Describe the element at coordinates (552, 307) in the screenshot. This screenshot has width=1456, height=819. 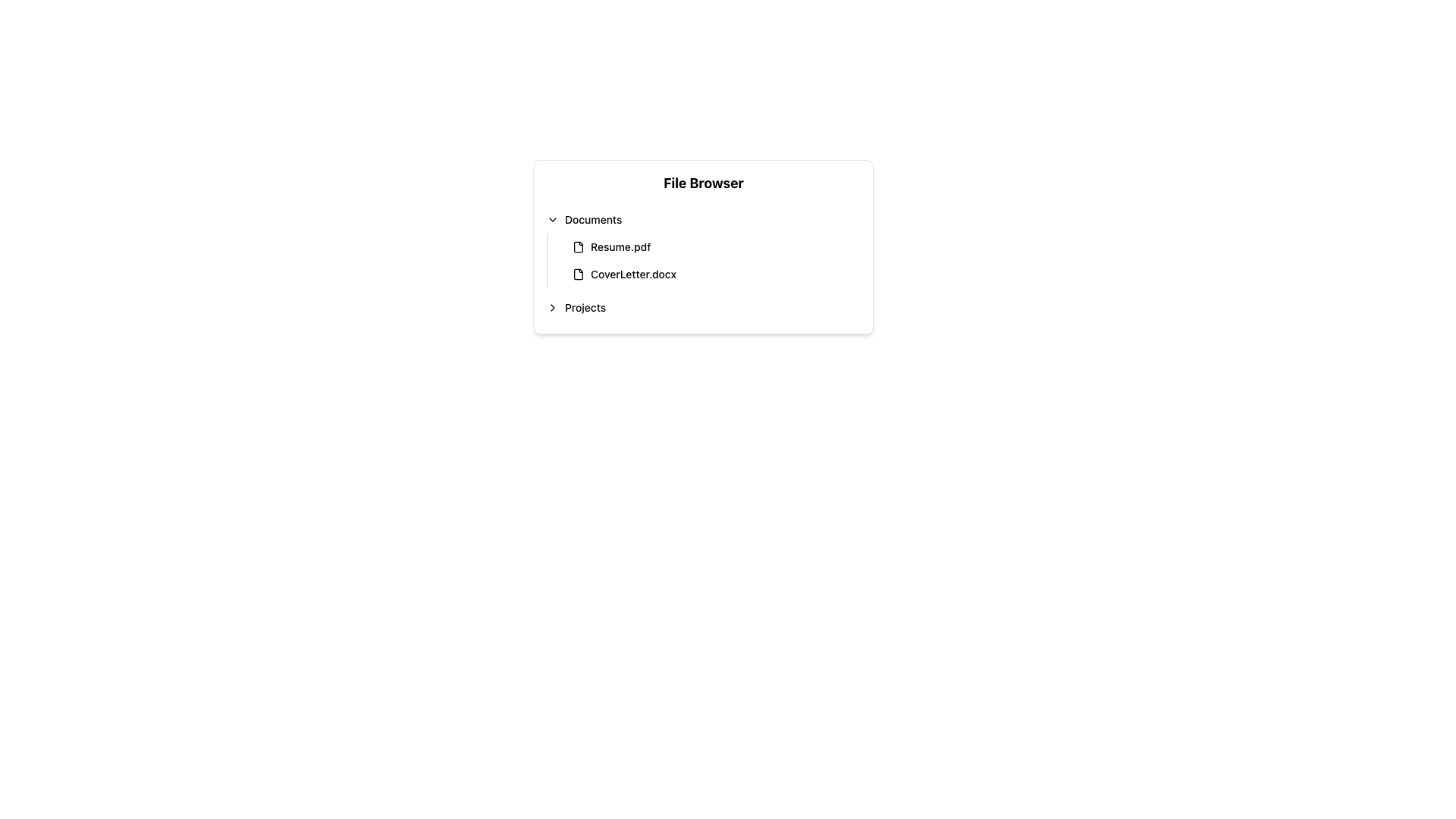
I see `the right-pointing chevron icon located to the left of the 'Projects' text` at that location.